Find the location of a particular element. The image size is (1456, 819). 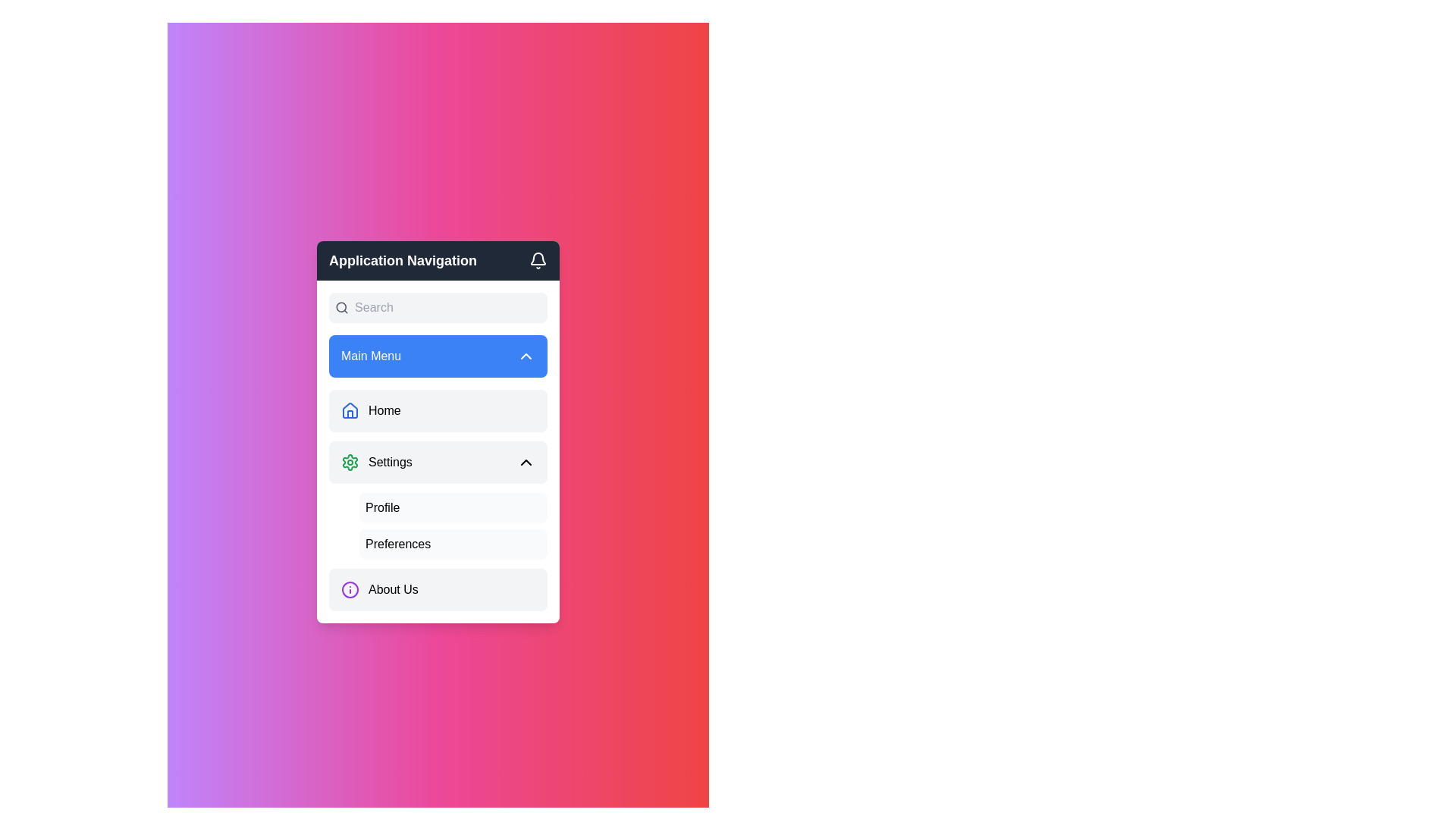

the 'Preferences' button is located at coordinates (453, 543).